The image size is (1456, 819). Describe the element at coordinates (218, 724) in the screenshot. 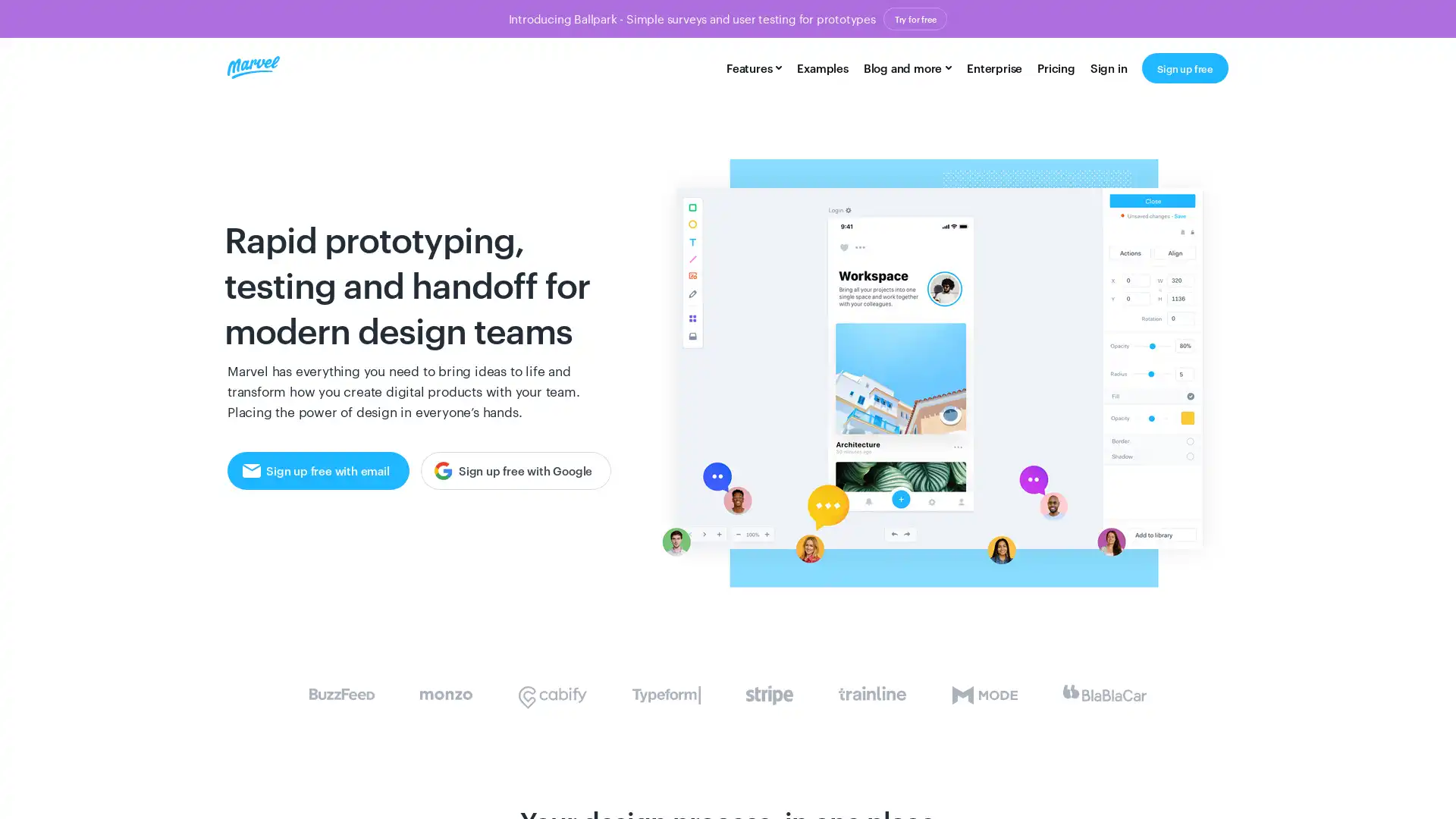

I see `Accept` at that location.